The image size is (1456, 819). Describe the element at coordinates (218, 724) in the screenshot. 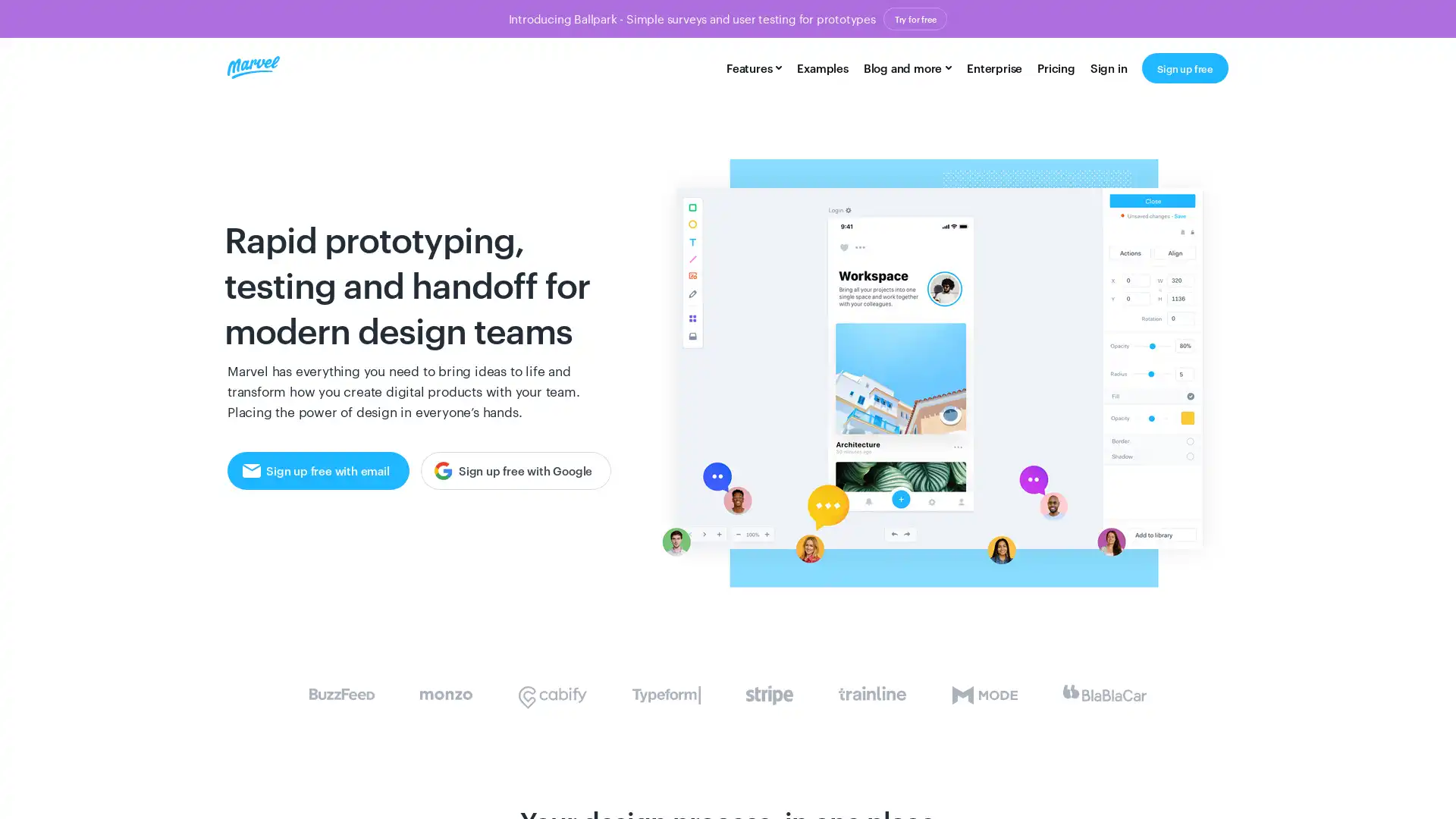

I see `Accept` at that location.